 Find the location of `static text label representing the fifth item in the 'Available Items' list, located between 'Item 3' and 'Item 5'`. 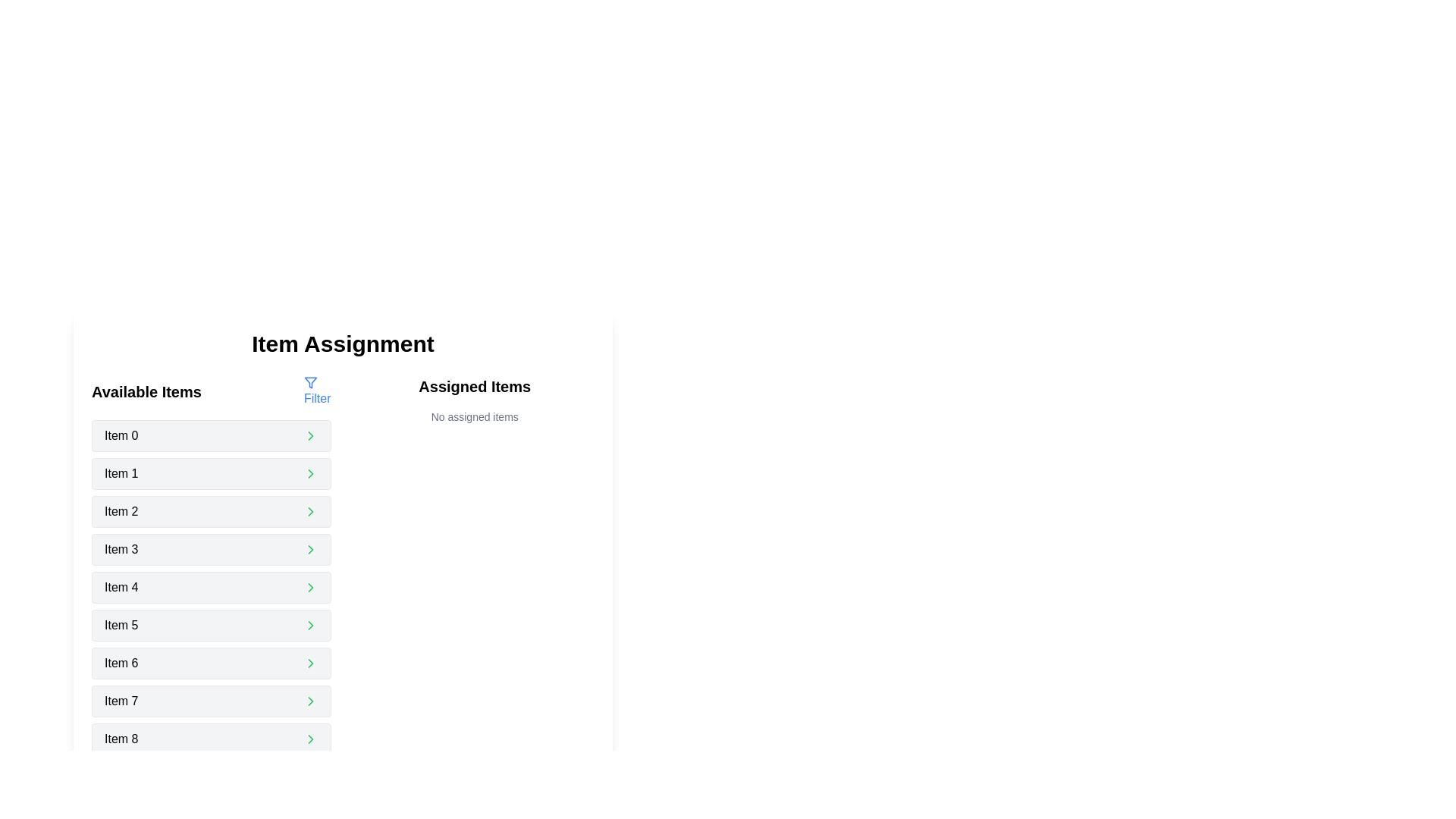

static text label representing the fifth item in the 'Available Items' list, located between 'Item 3' and 'Item 5' is located at coordinates (121, 587).